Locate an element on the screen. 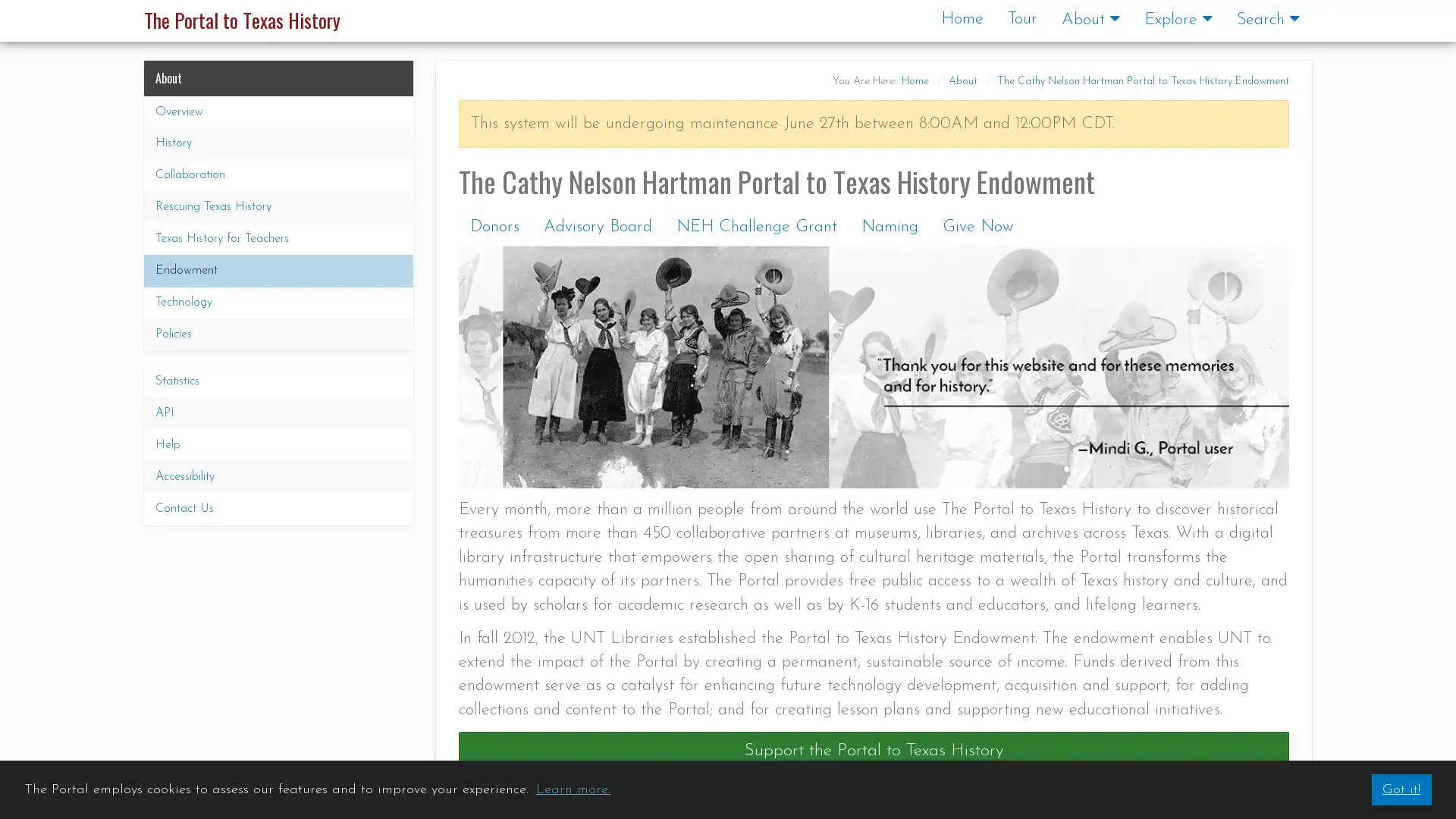 The image size is (1456, 819). dismiss cookie message is located at coordinates (1400, 789).